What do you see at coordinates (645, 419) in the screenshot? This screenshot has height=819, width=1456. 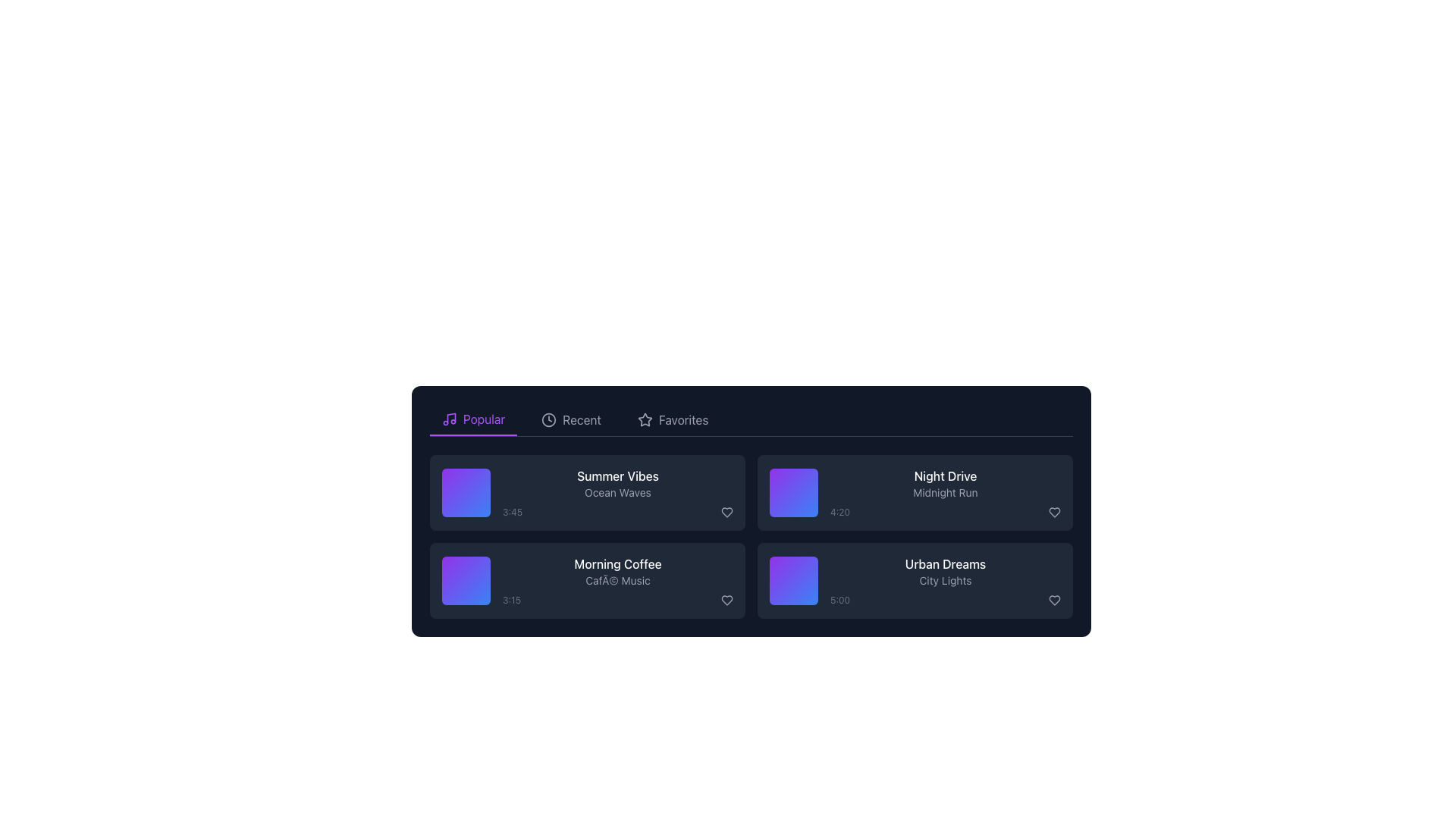 I see `the star-shaped icon located in the fourth square on the right side of the grid below the 'Favorites' tab` at bounding box center [645, 419].